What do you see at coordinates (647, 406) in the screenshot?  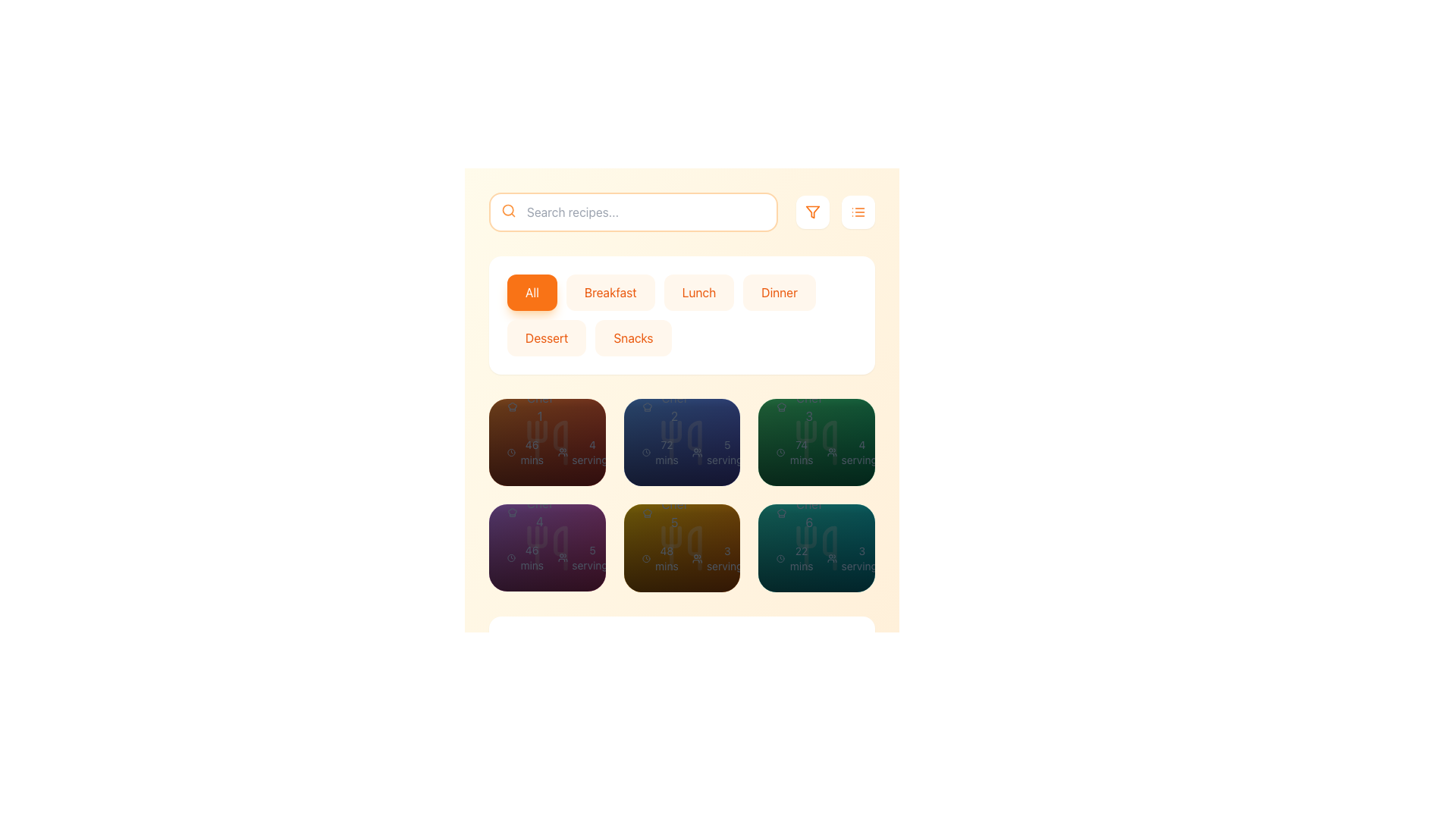 I see `the icon to the left of the text label 'Chef 2'` at bounding box center [647, 406].